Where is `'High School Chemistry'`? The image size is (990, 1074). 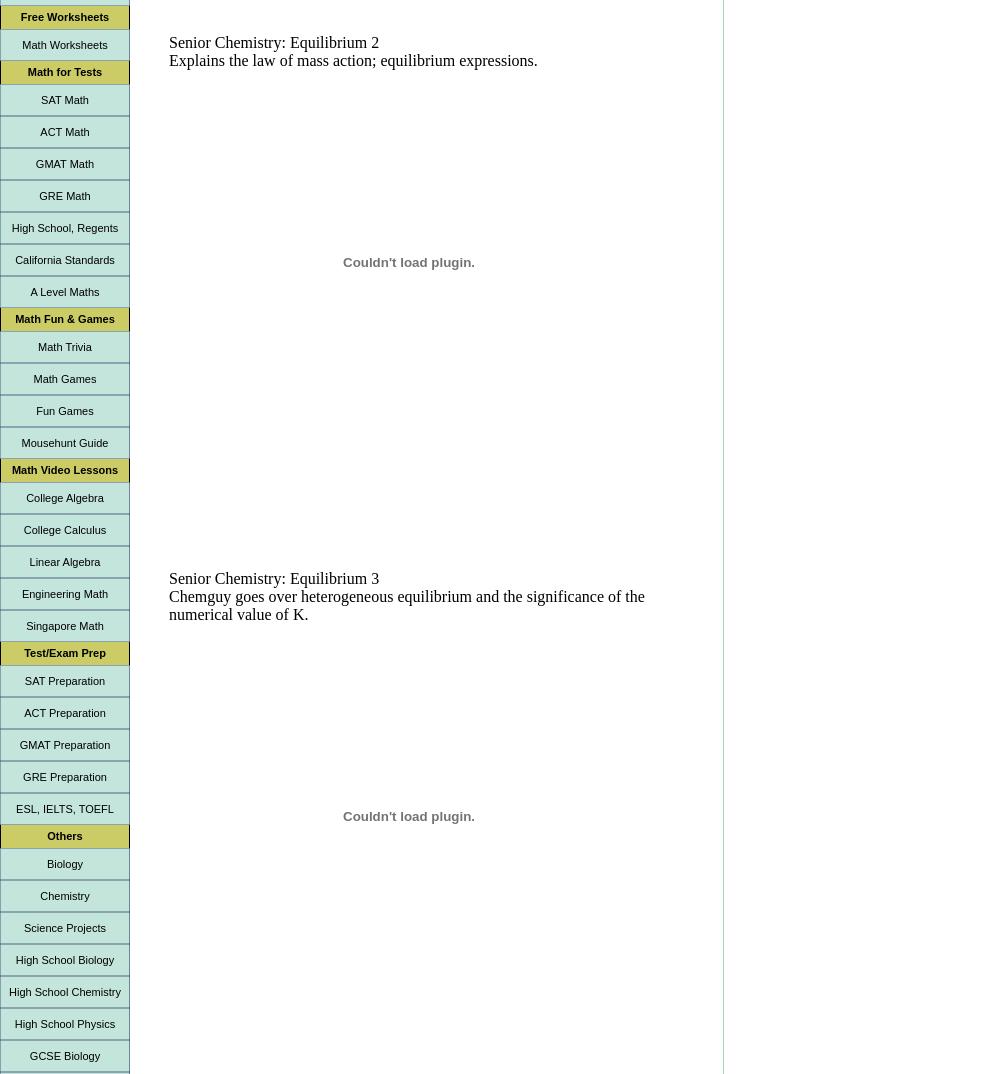 'High School Chemistry' is located at coordinates (64, 990).